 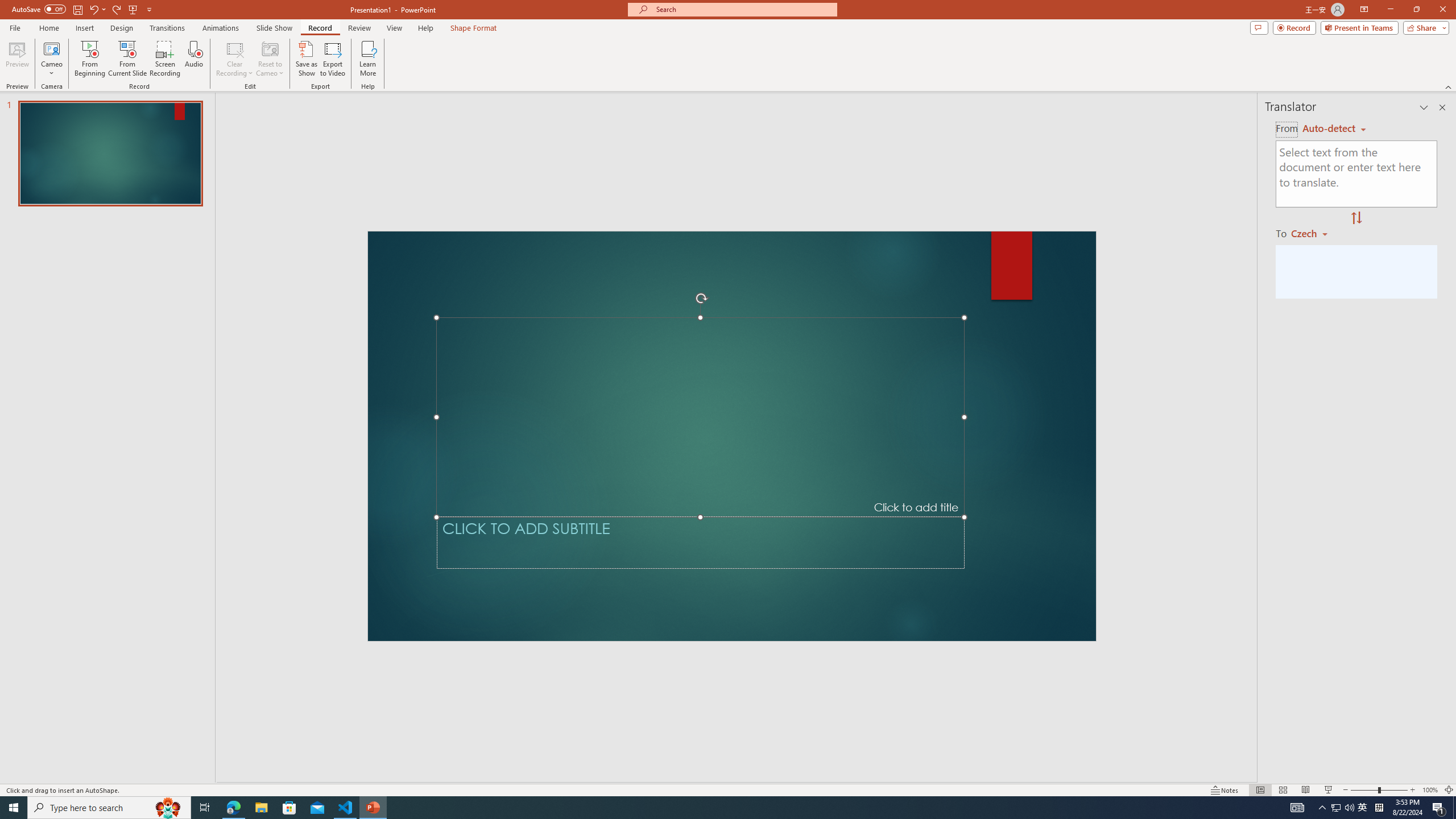 I want to click on 'Slide Sorter', so click(x=1282, y=790).